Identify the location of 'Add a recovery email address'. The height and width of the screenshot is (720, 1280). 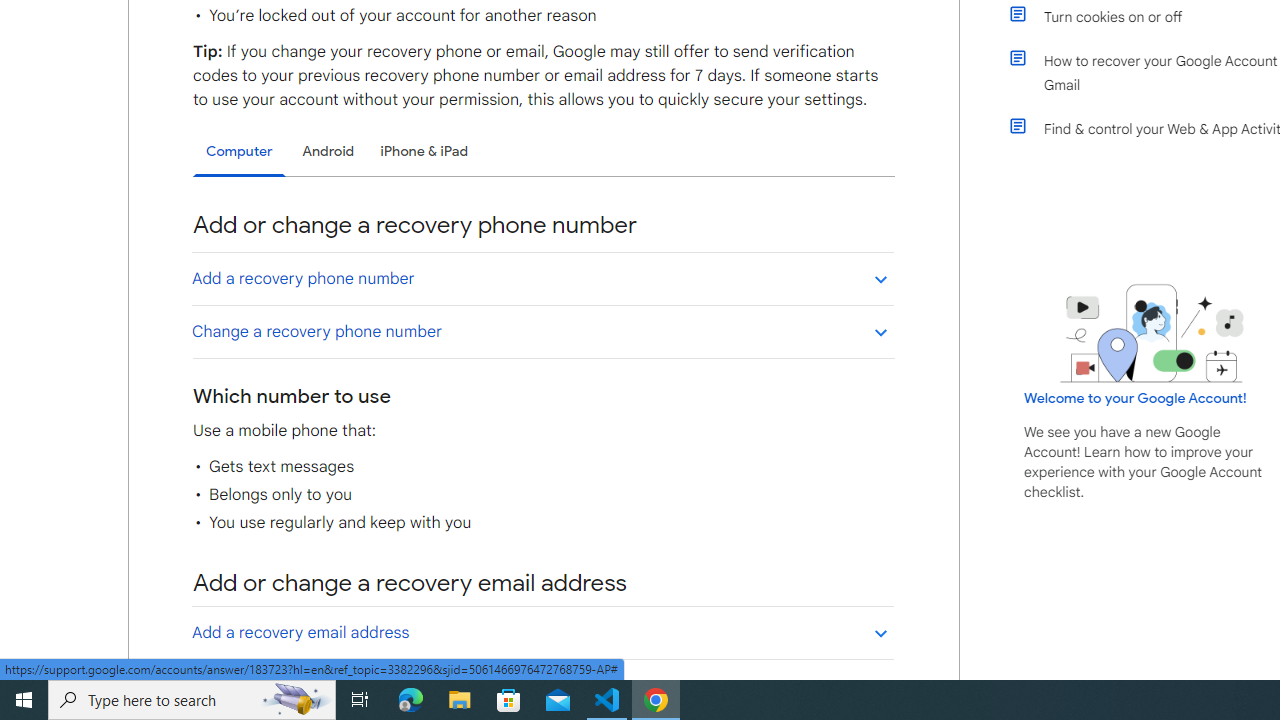
(542, 632).